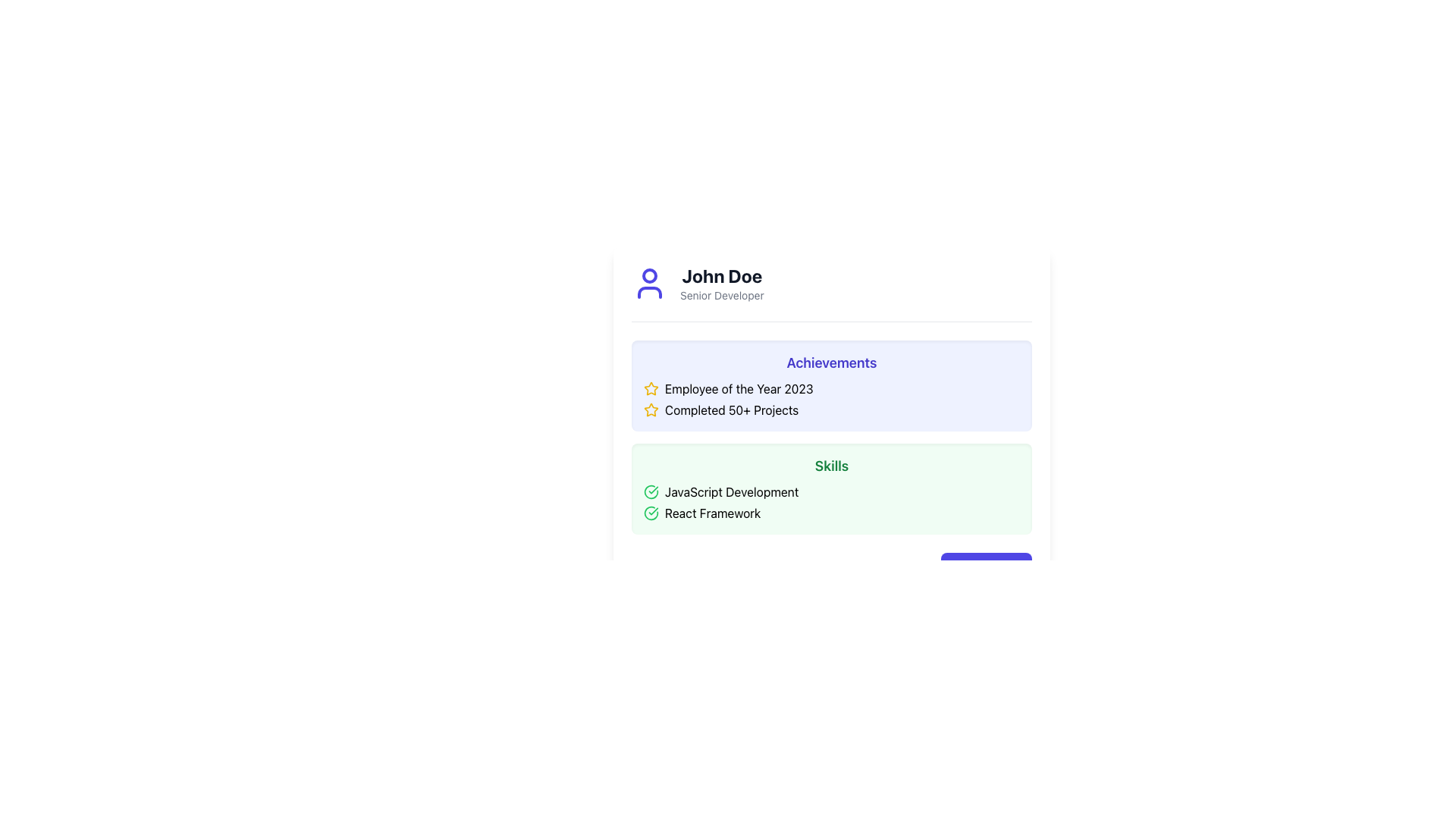  What do you see at coordinates (651, 409) in the screenshot?
I see `the vibrant star-shaped icon with a yellow border located beside the text 'Completed 50+ Projects'` at bounding box center [651, 409].